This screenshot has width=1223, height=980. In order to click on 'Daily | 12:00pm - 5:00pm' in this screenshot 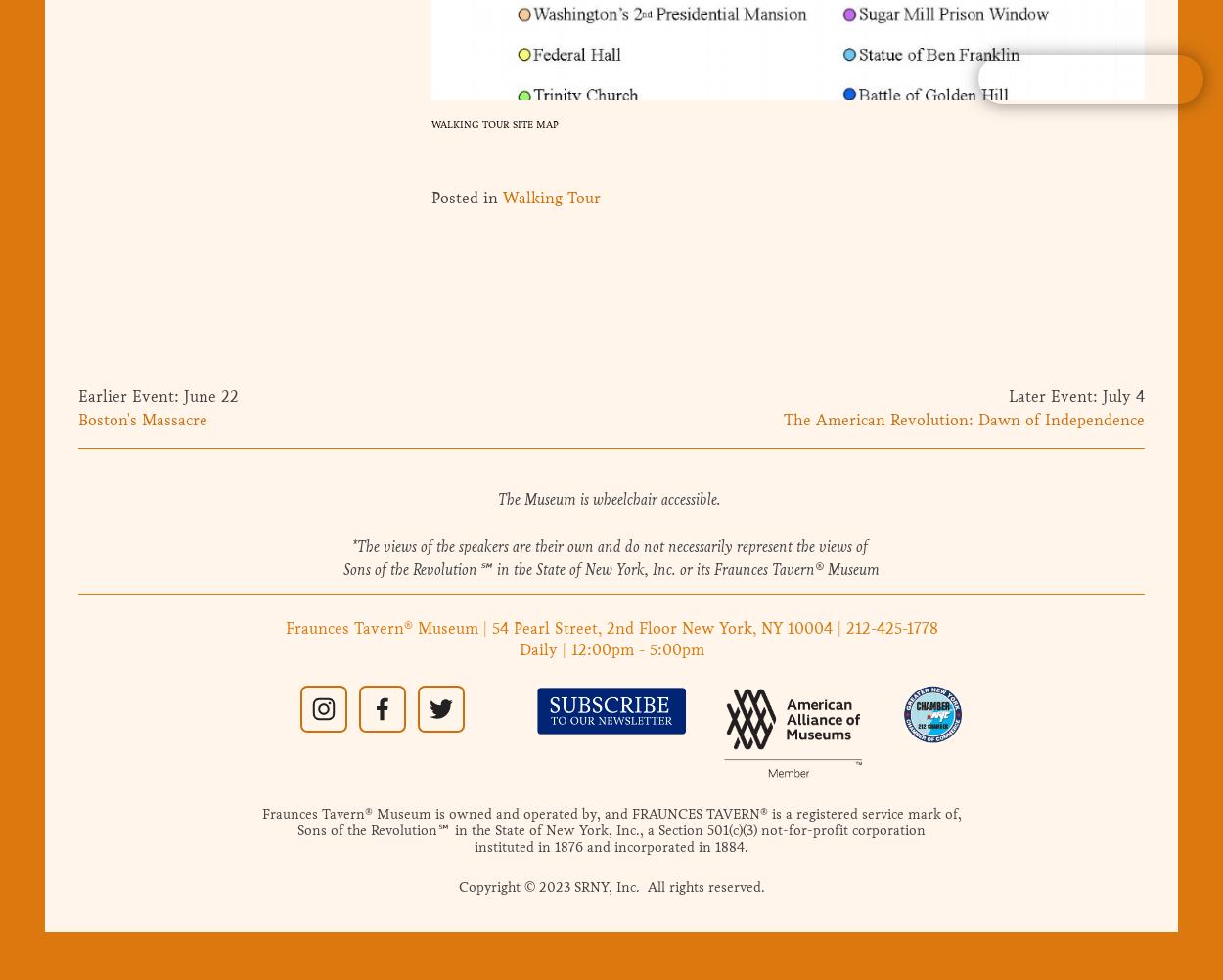, I will do `click(610, 648)`.